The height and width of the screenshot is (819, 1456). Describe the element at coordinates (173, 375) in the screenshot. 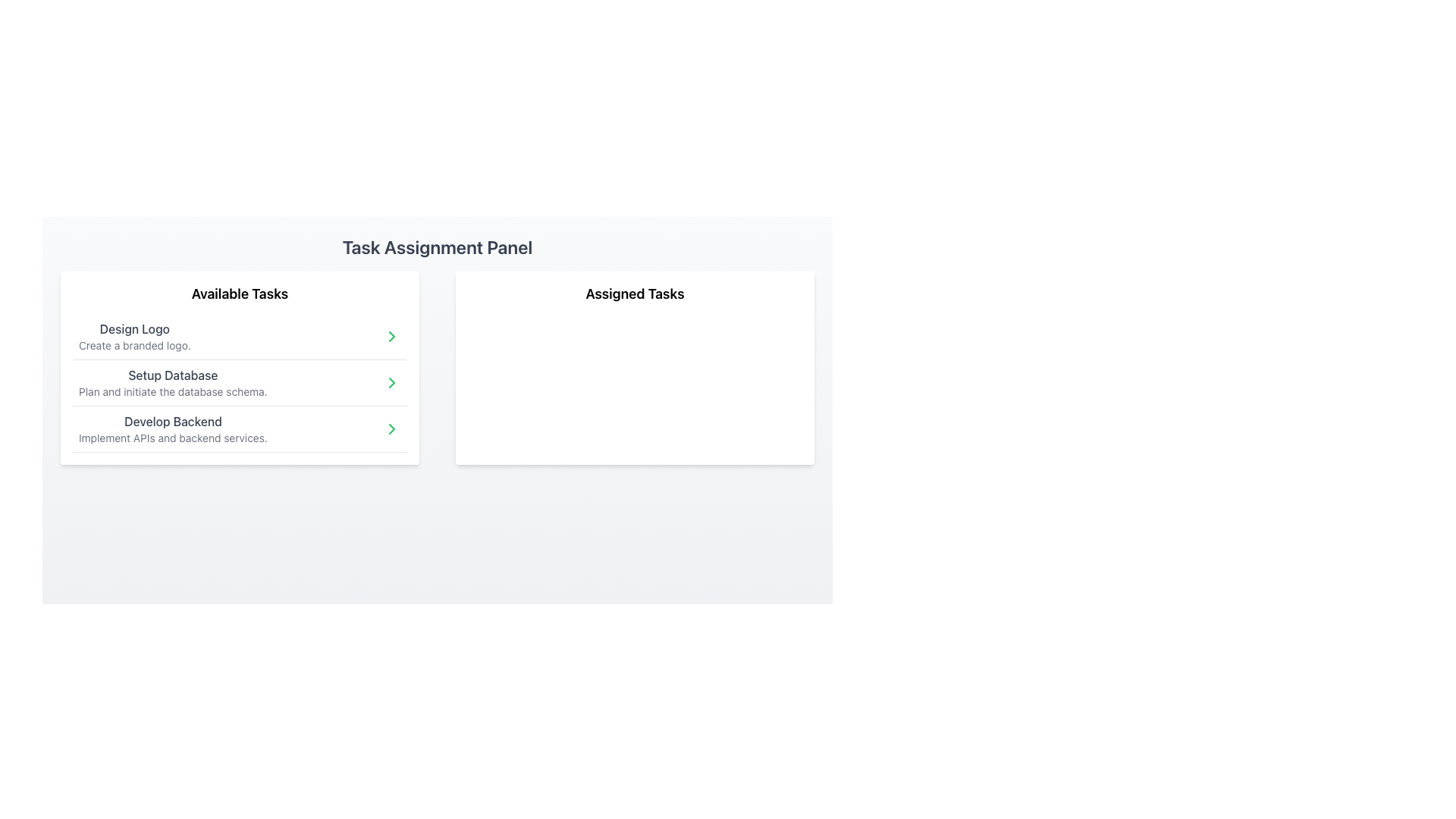

I see `the descriptive text label for the task in the 'Available Tasks' section` at that location.